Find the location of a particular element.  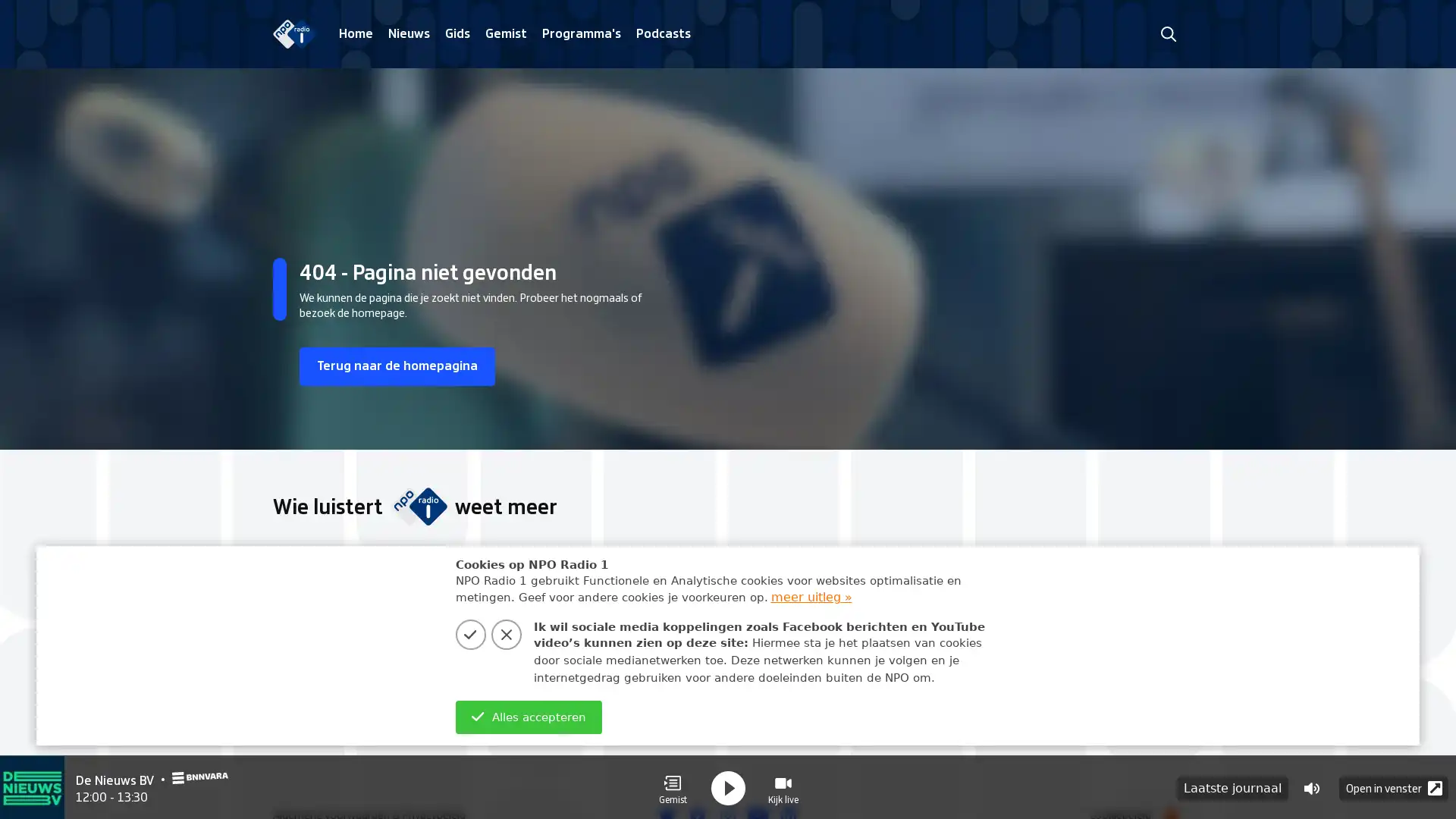

Laatste journaal is located at coordinates (1232, 786).